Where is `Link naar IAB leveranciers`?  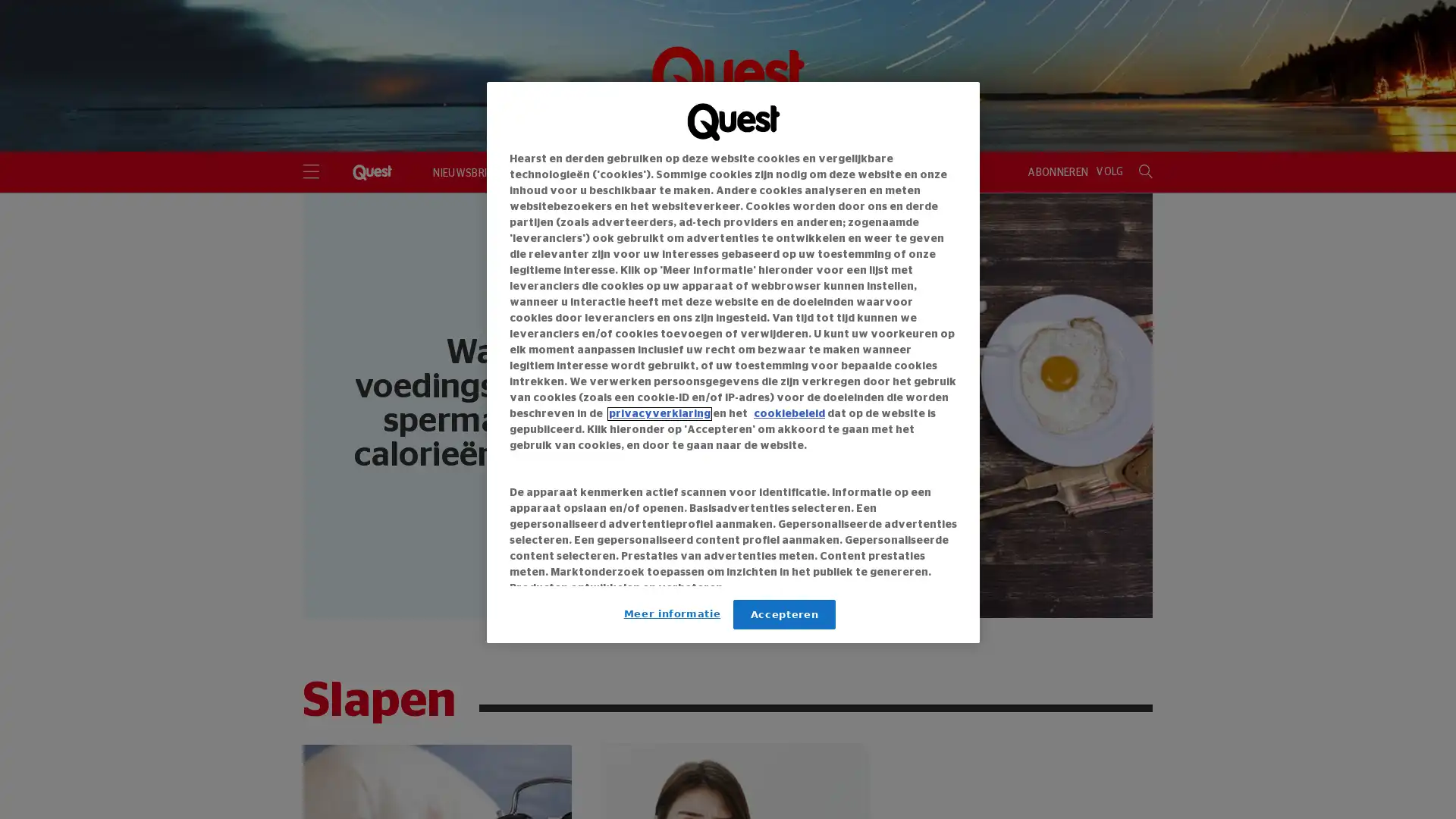 Link naar IAB leveranciers is located at coordinates (582, 605).